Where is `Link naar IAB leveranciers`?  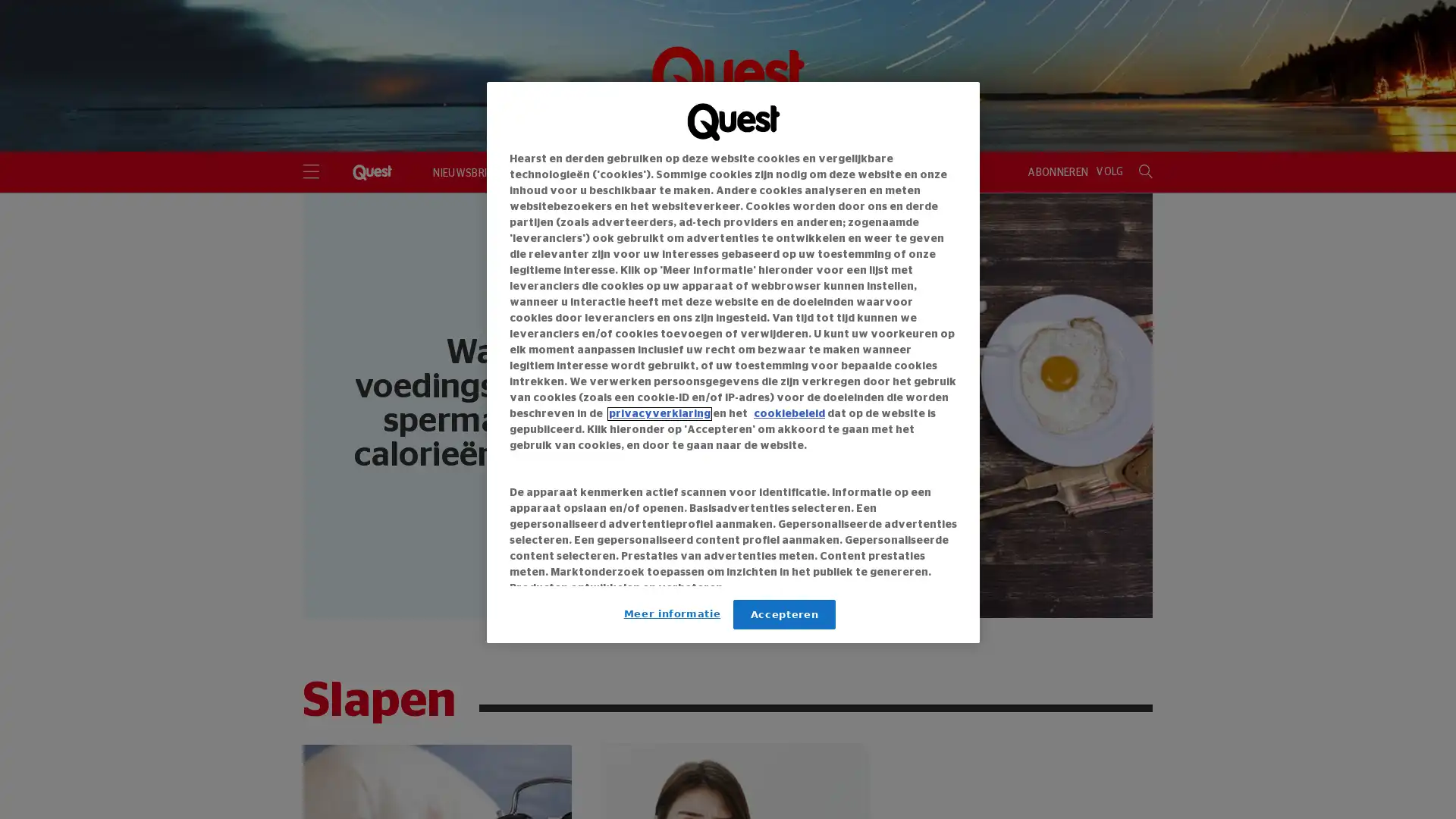 Link naar IAB leveranciers is located at coordinates (582, 605).